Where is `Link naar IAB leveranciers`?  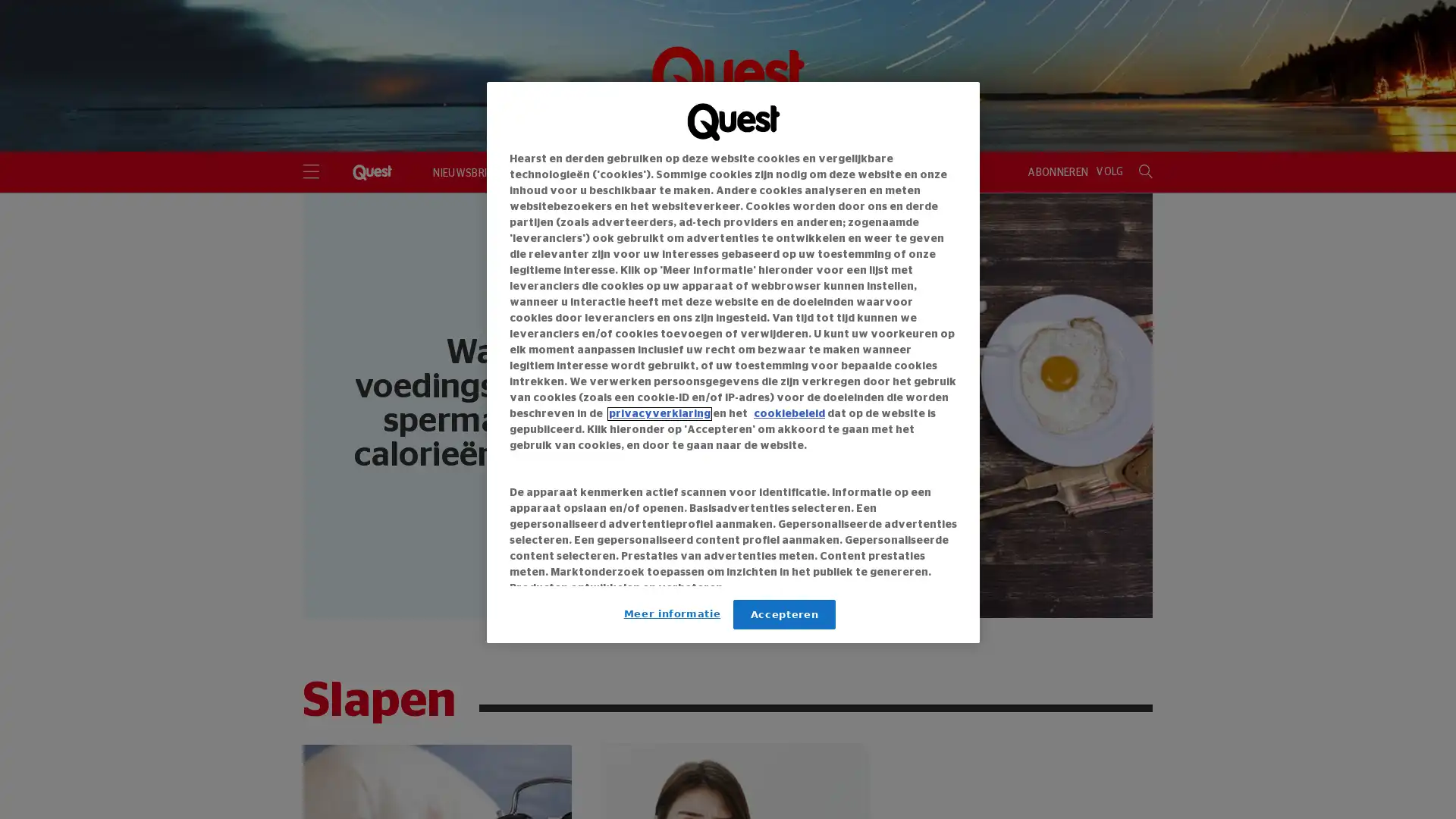 Link naar IAB leveranciers is located at coordinates (582, 605).